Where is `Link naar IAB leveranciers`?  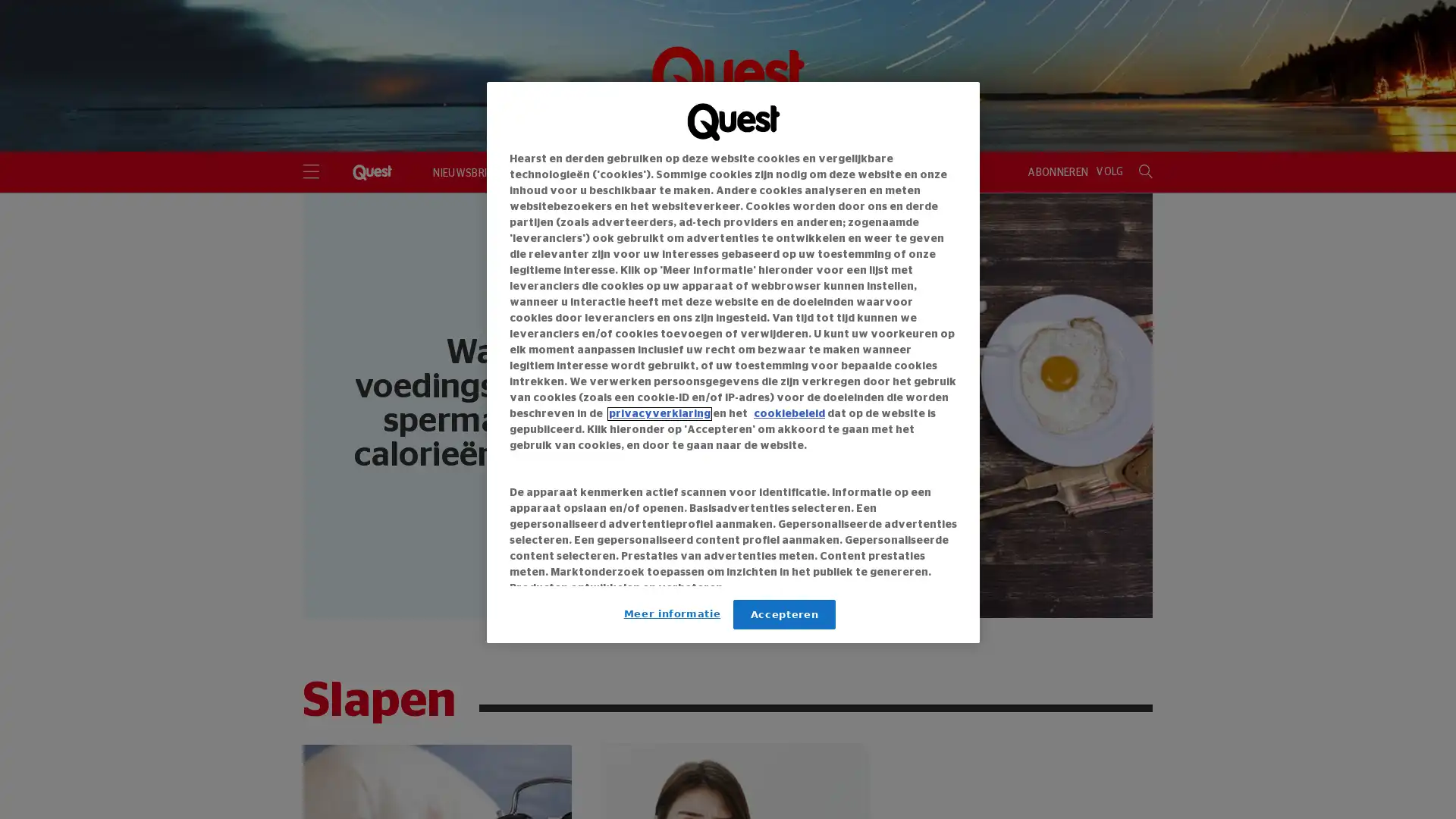 Link naar IAB leveranciers is located at coordinates (582, 605).